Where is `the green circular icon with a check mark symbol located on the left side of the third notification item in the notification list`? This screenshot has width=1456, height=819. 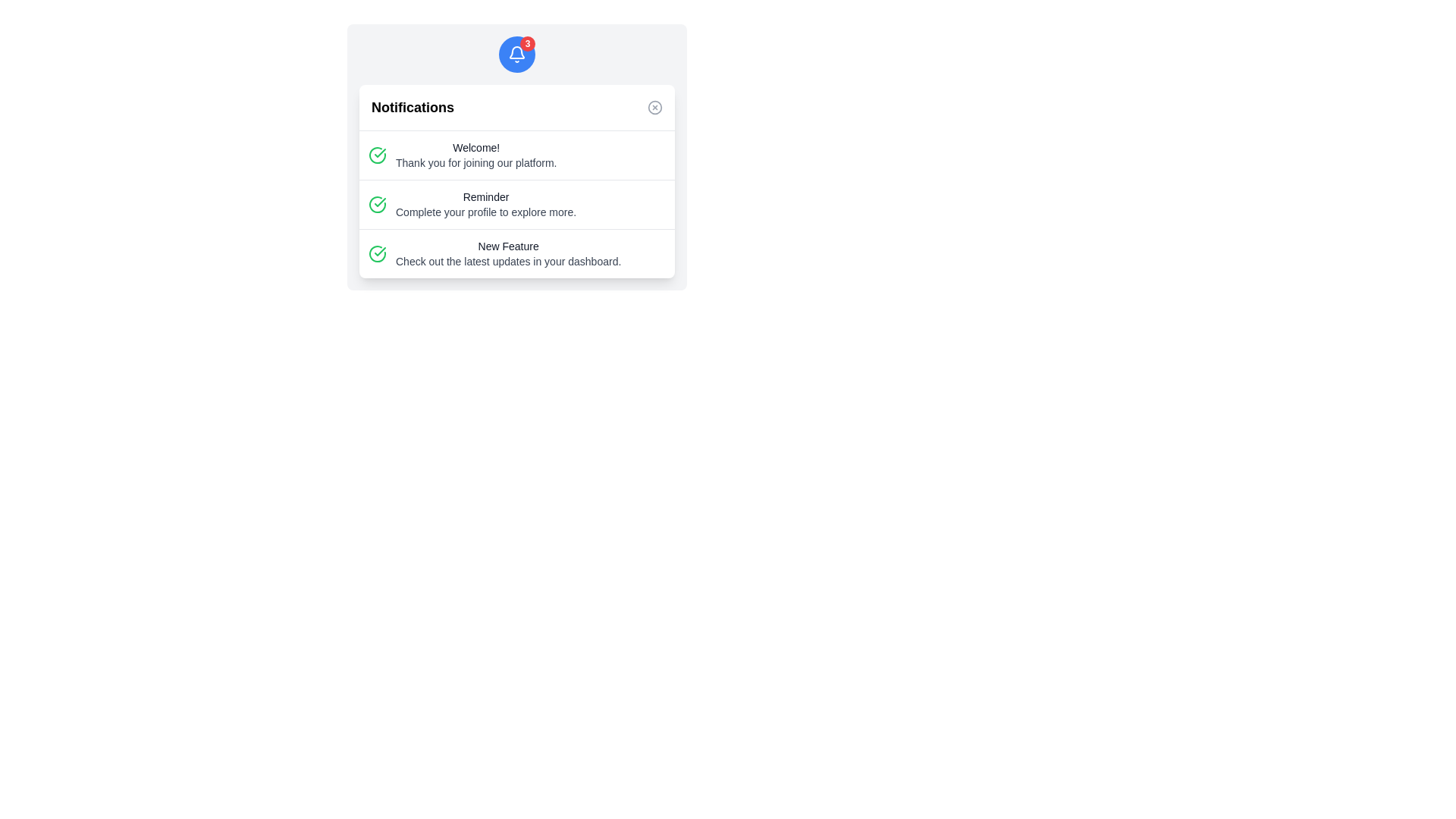 the green circular icon with a check mark symbol located on the left side of the third notification item in the notification list is located at coordinates (378, 253).